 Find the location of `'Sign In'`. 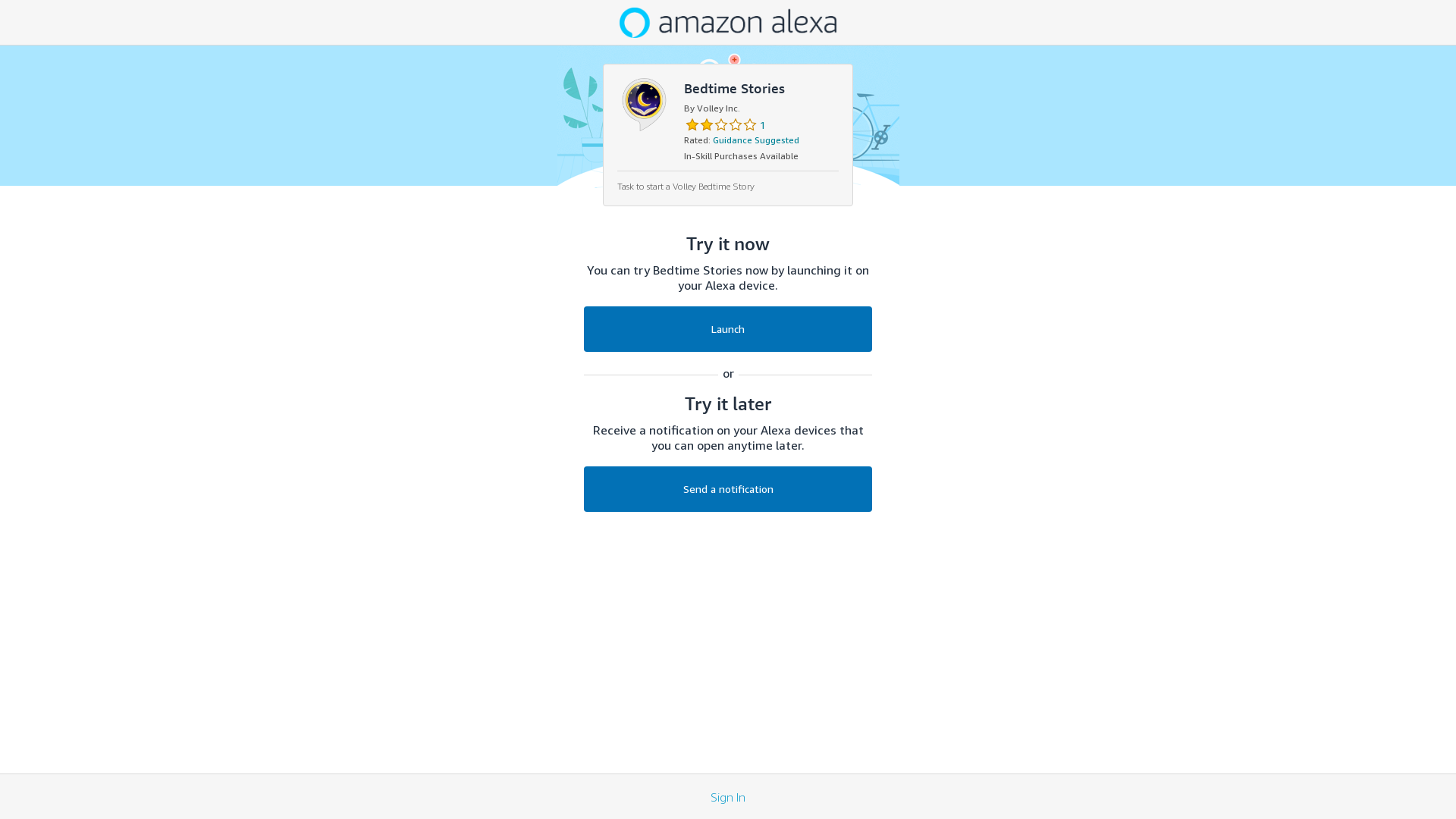

'Sign In' is located at coordinates (709, 795).